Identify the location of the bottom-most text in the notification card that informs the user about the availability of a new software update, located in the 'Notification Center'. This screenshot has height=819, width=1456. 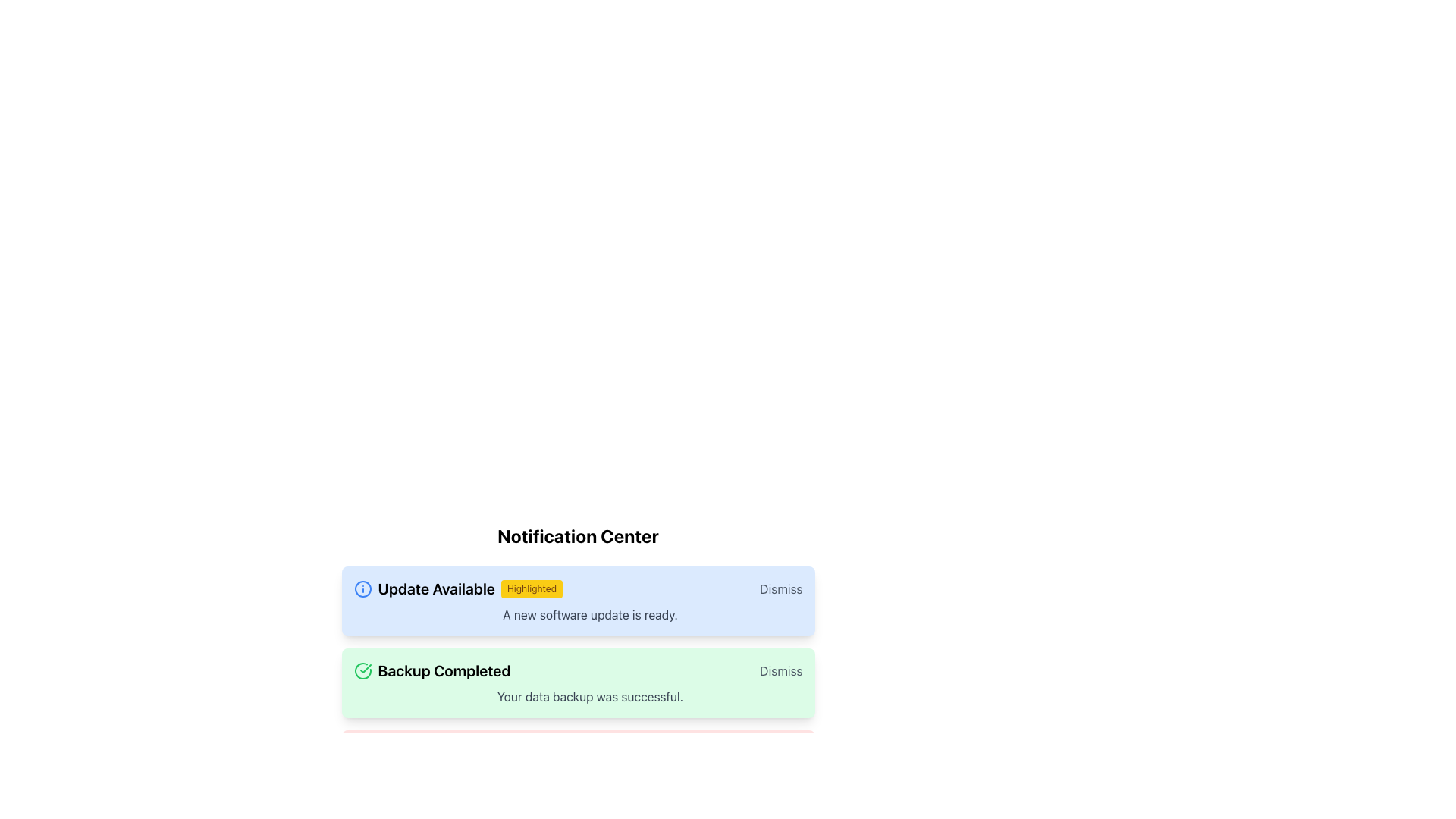
(589, 614).